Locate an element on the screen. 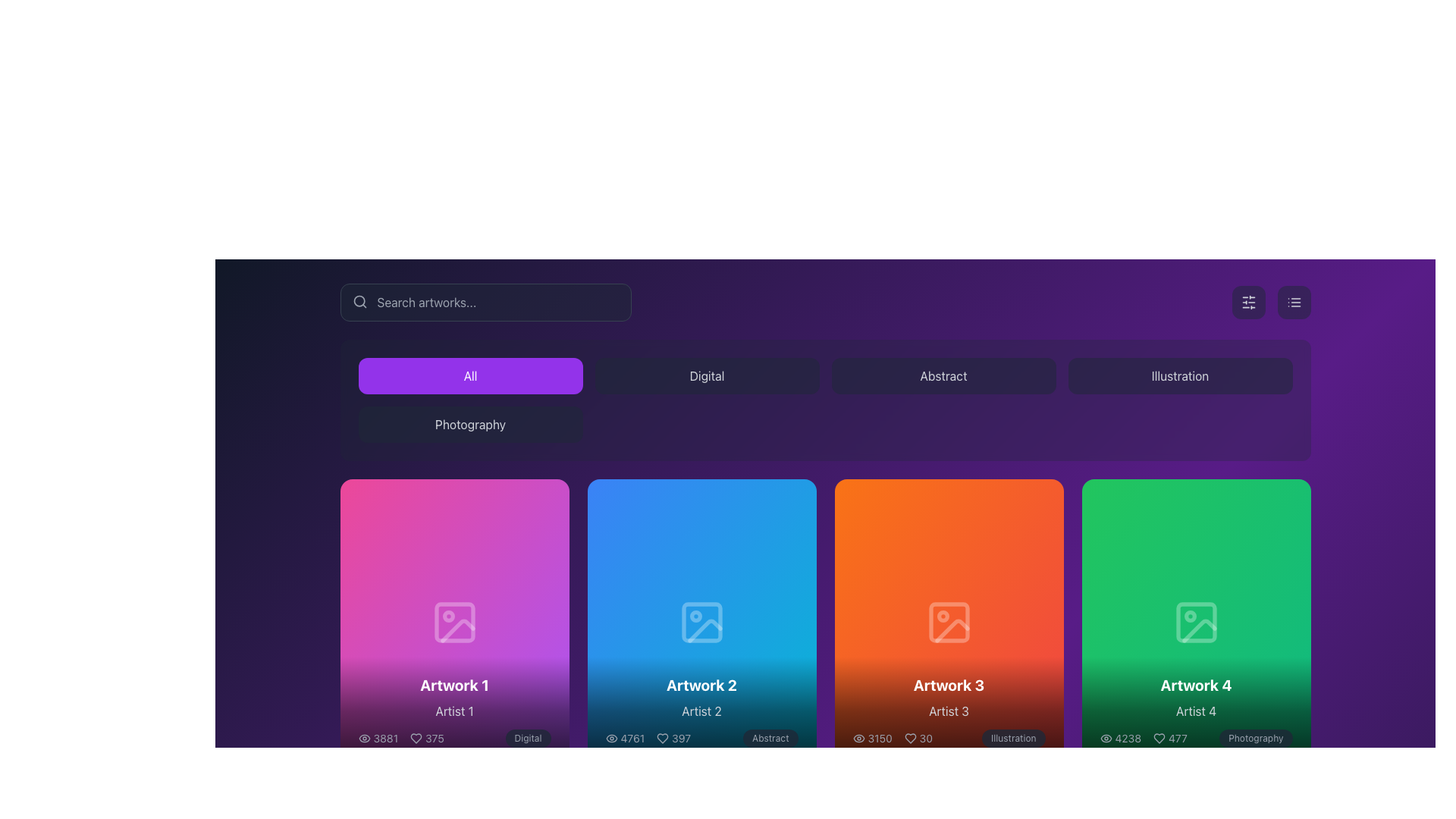 The height and width of the screenshot is (819, 1456). the static text label that names the artist associated with the visual content in the card labeled 'Artwork 3', located at the bottom-central section of the card is located at coordinates (948, 711).